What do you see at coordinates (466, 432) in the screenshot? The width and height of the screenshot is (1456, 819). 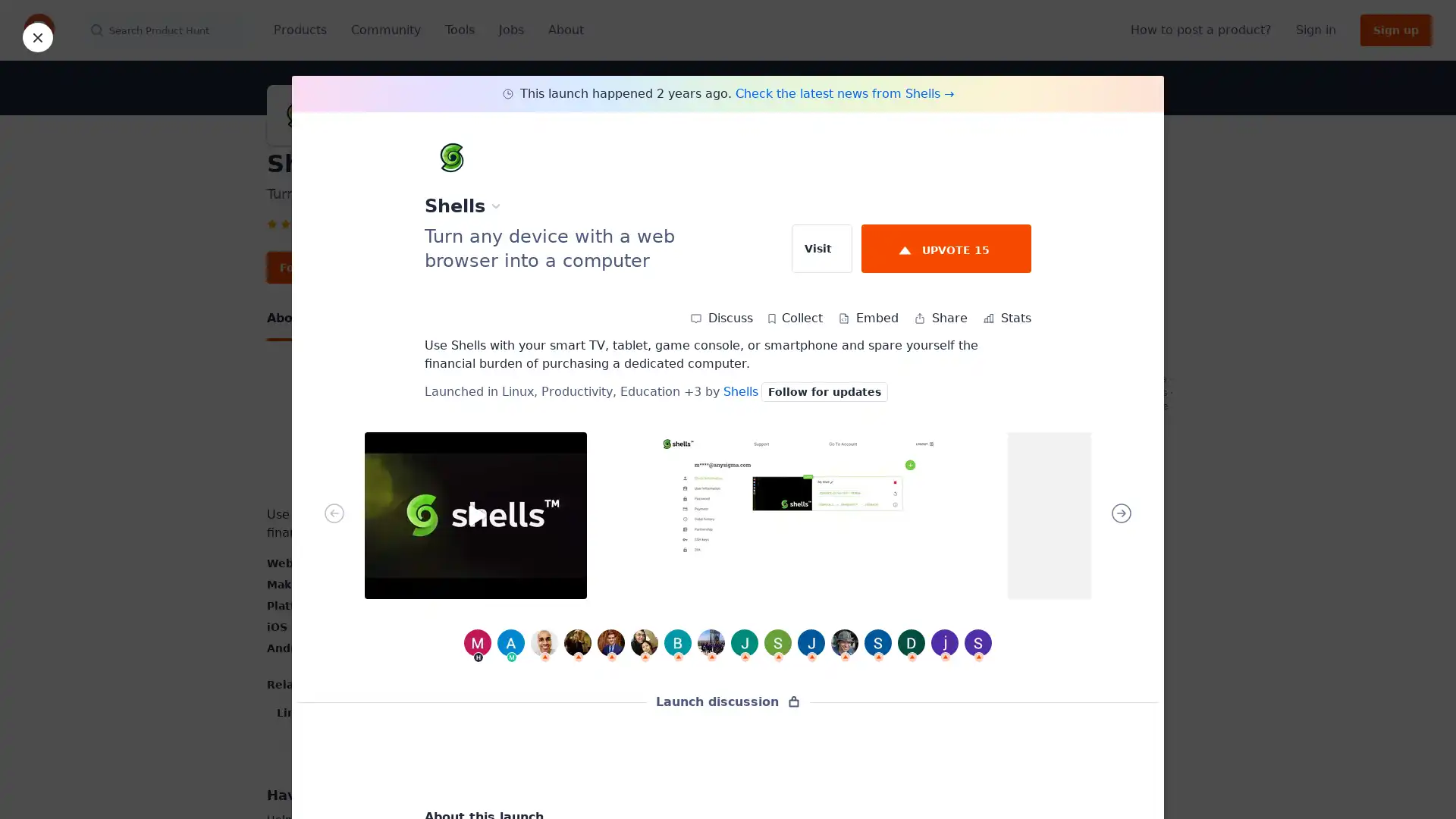 I see `Shells image` at bounding box center [466, 432].